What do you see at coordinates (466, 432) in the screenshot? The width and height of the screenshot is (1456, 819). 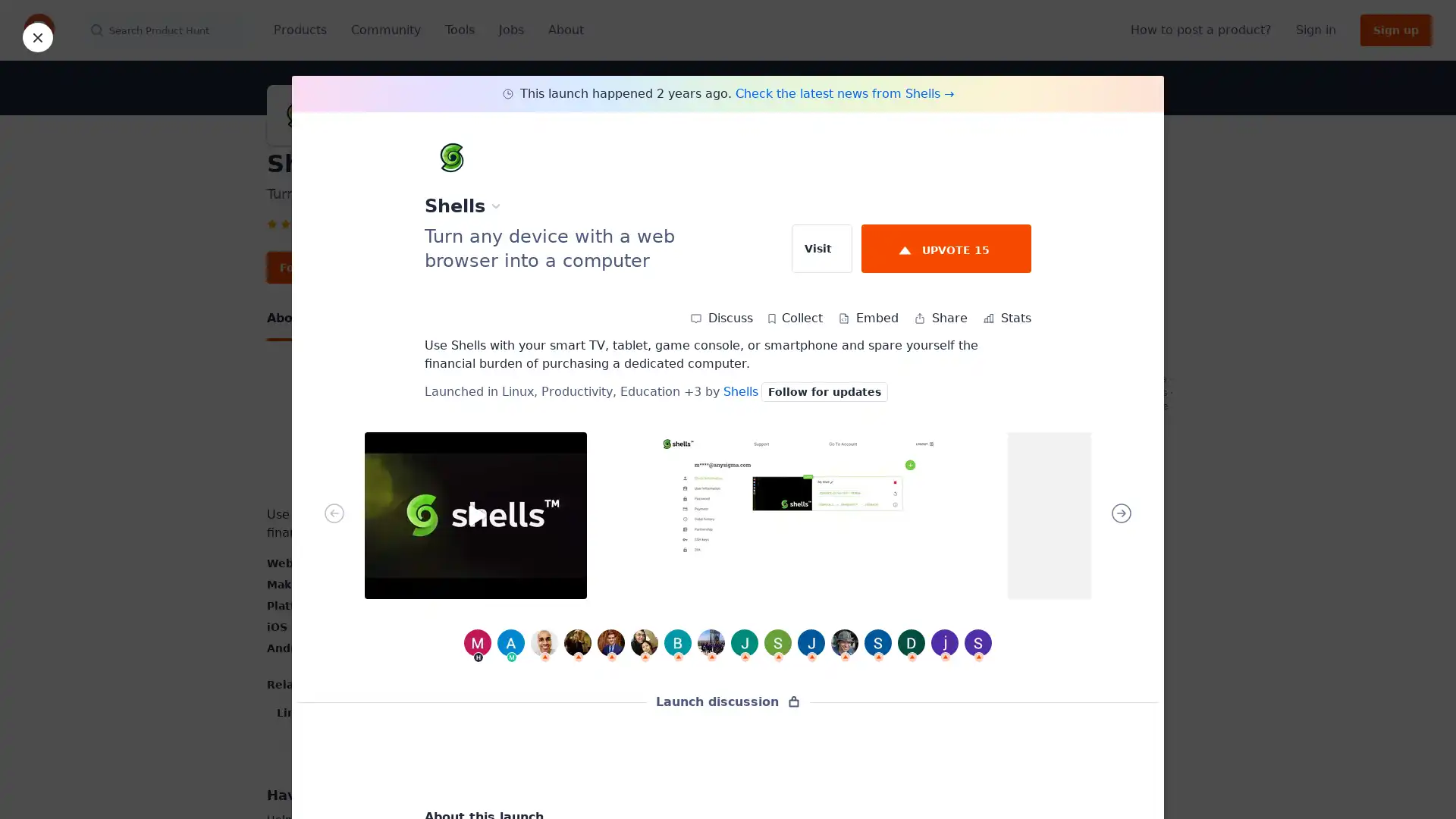 I see `Shells image` at bounding box center [466, 432].